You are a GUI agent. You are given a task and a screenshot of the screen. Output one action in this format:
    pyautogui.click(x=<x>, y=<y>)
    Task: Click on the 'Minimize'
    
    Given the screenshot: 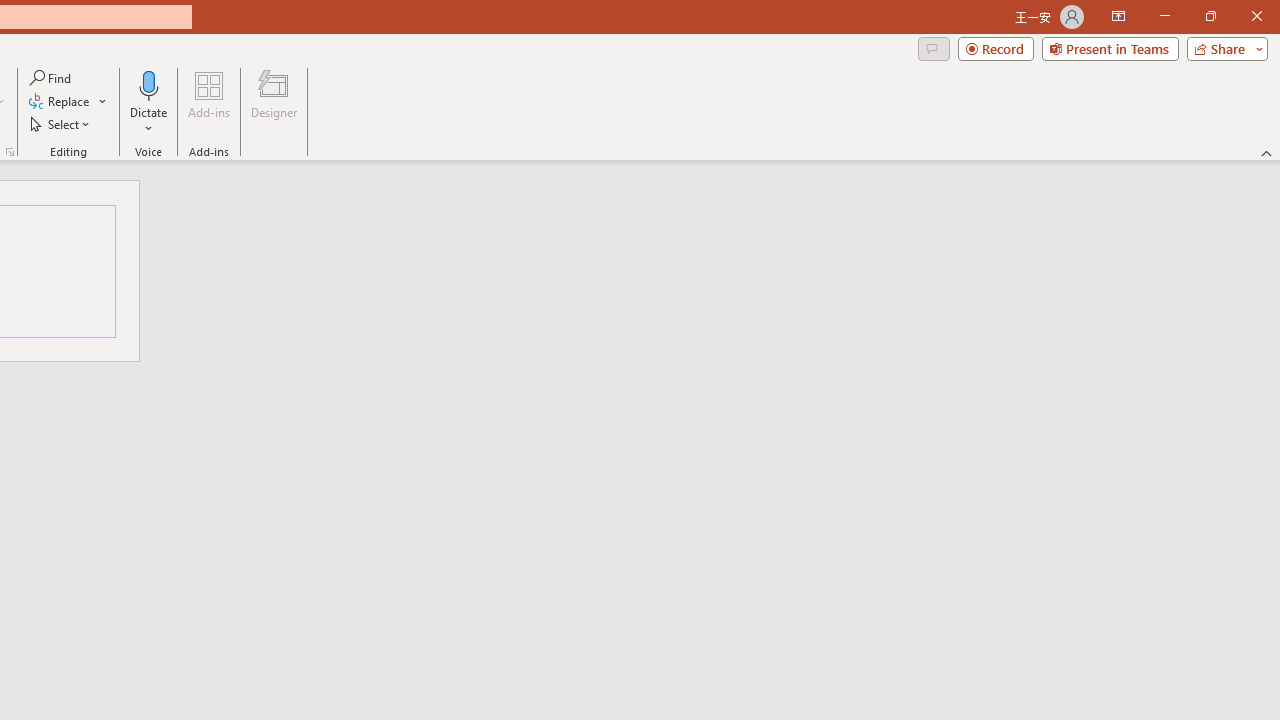 What is the action you would take?
    pyautogui.click(x=1164, y=16)
    